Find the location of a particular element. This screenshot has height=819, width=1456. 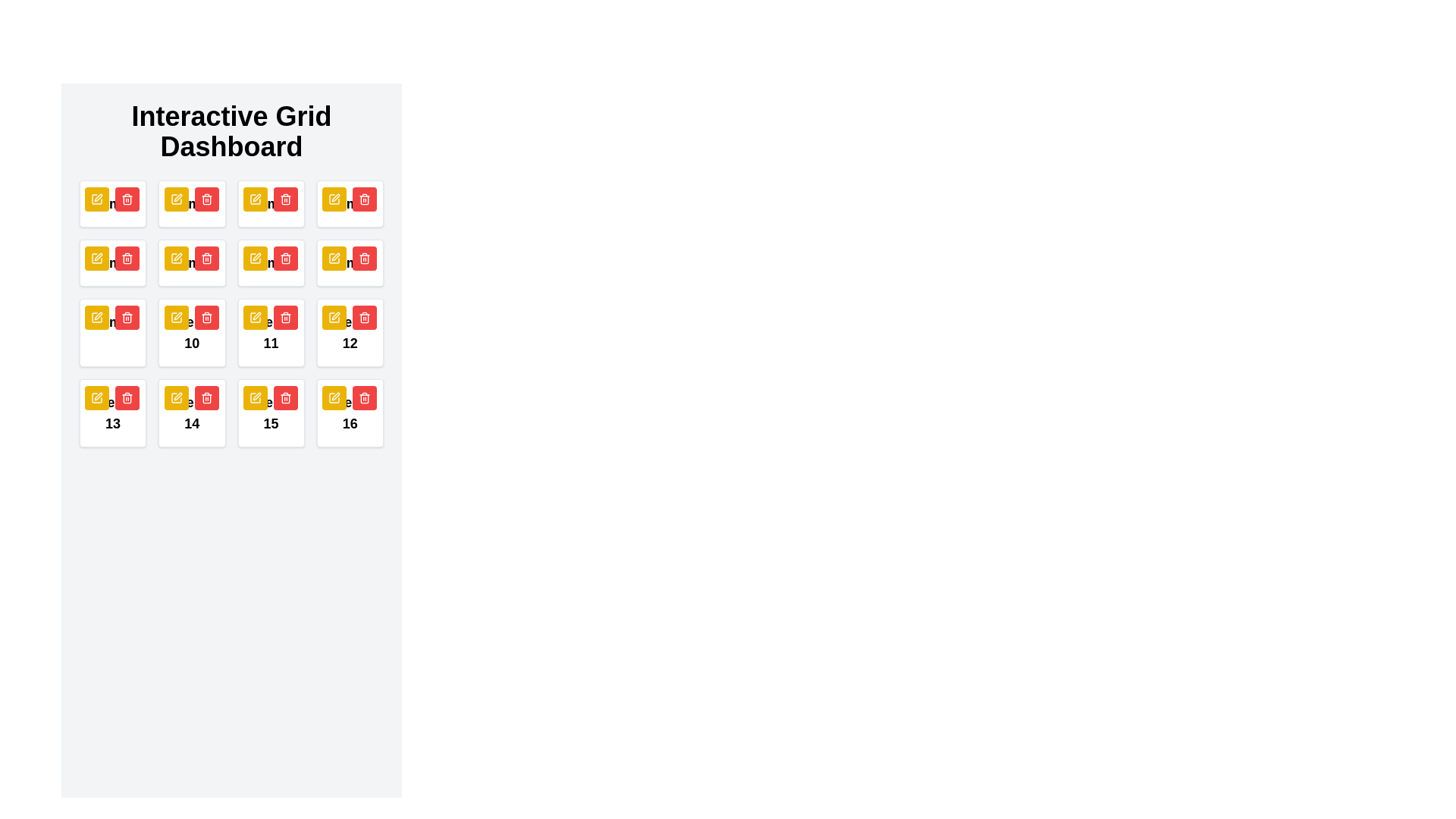

the red delete button on the interactive card located in the third row and third column of the grid is located at coordinates (271, 332).